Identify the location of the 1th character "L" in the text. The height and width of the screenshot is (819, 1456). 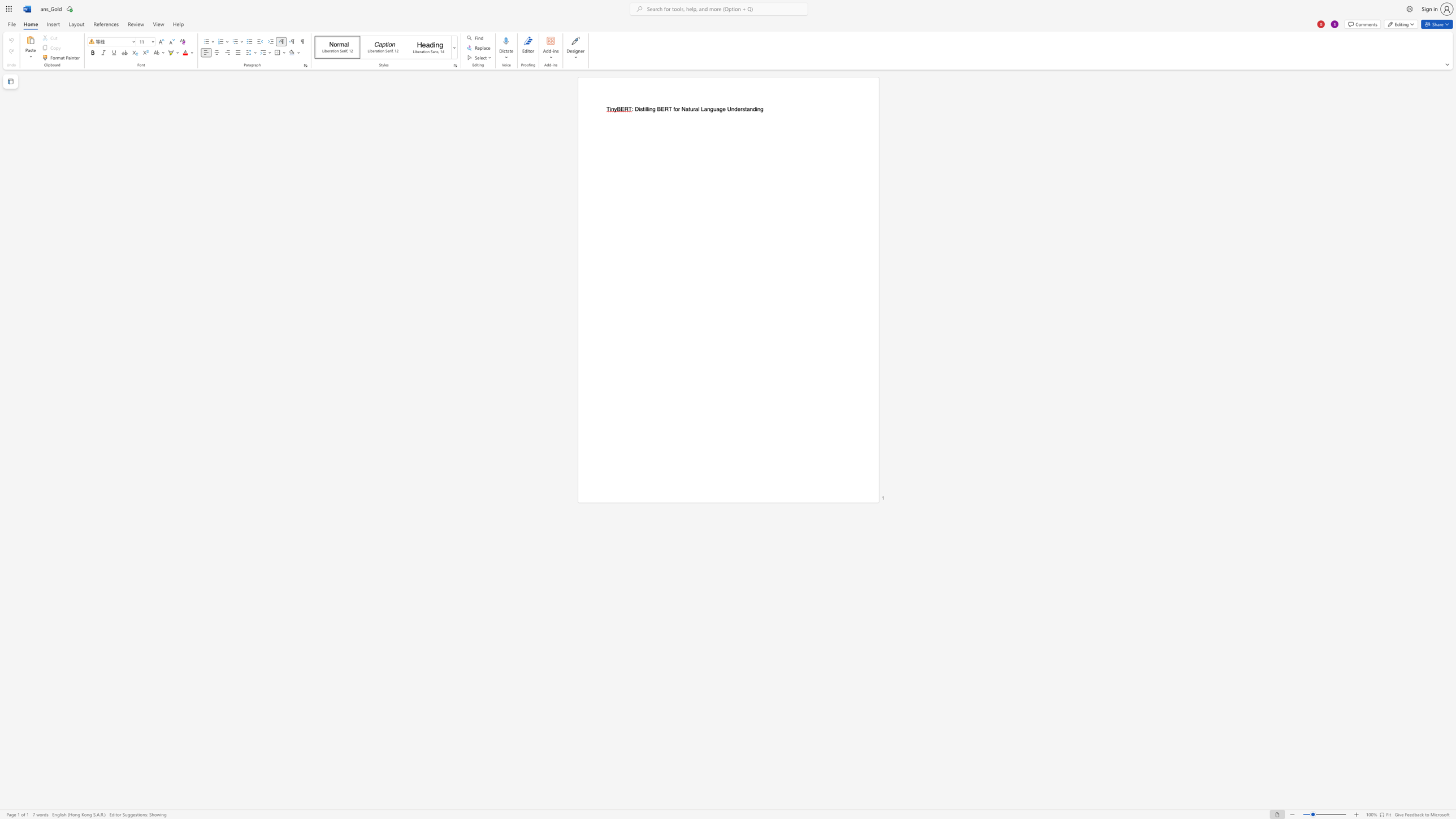
(701, 109).